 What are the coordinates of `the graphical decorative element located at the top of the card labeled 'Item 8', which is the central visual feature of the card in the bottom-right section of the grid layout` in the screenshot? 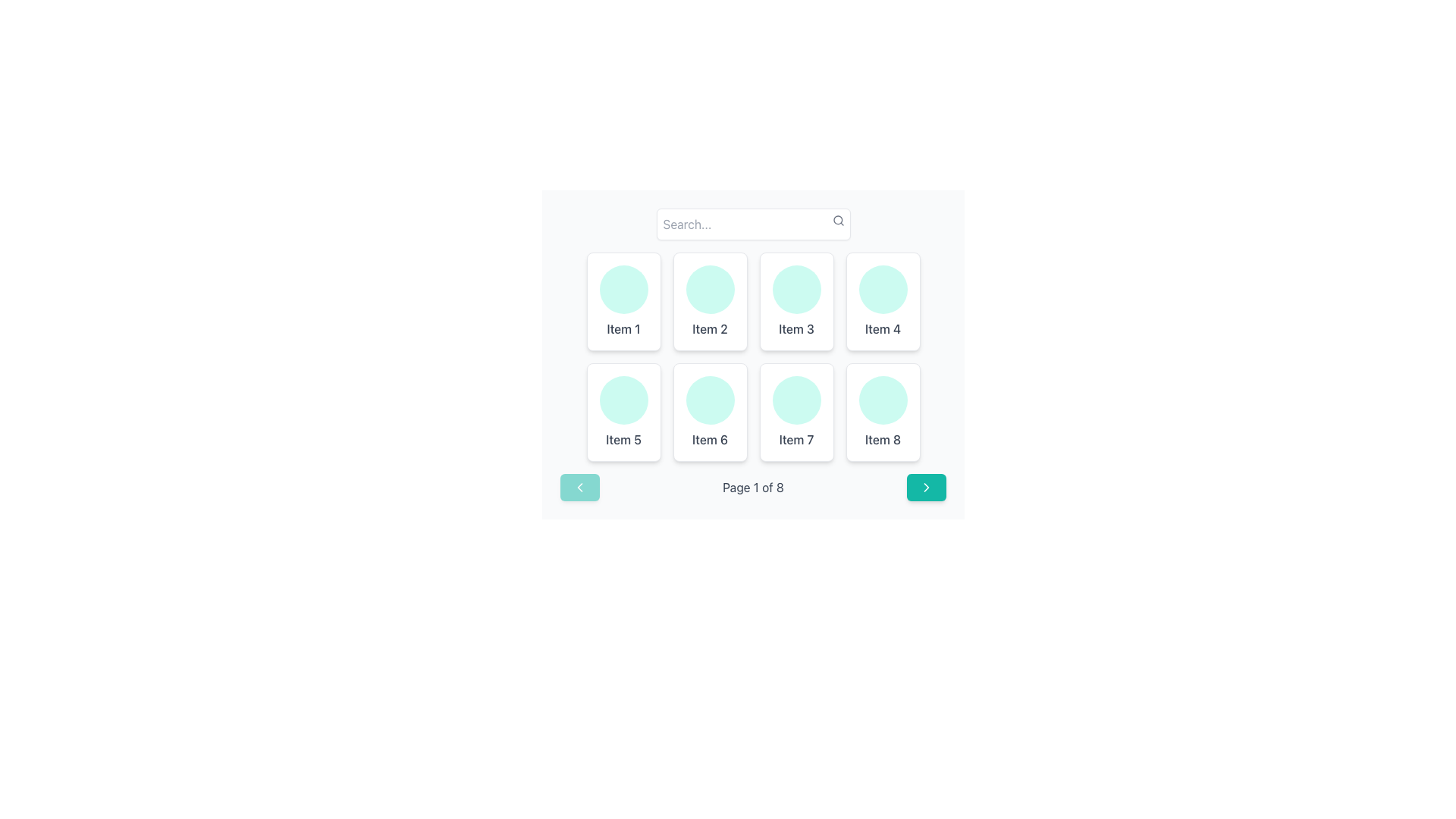 It's located at (883, 400).